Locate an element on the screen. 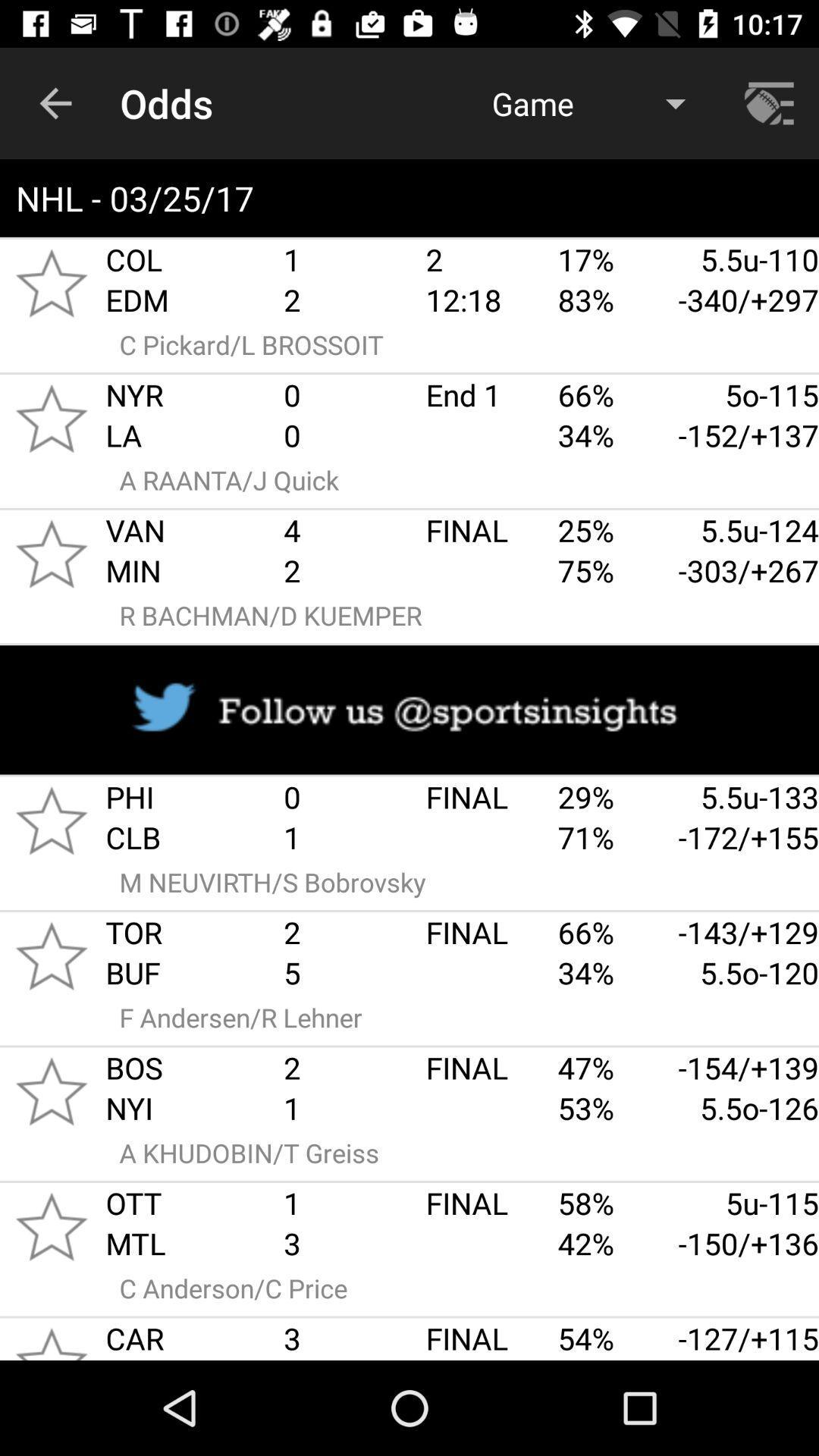  favorite is located at coordinates (51, 553).